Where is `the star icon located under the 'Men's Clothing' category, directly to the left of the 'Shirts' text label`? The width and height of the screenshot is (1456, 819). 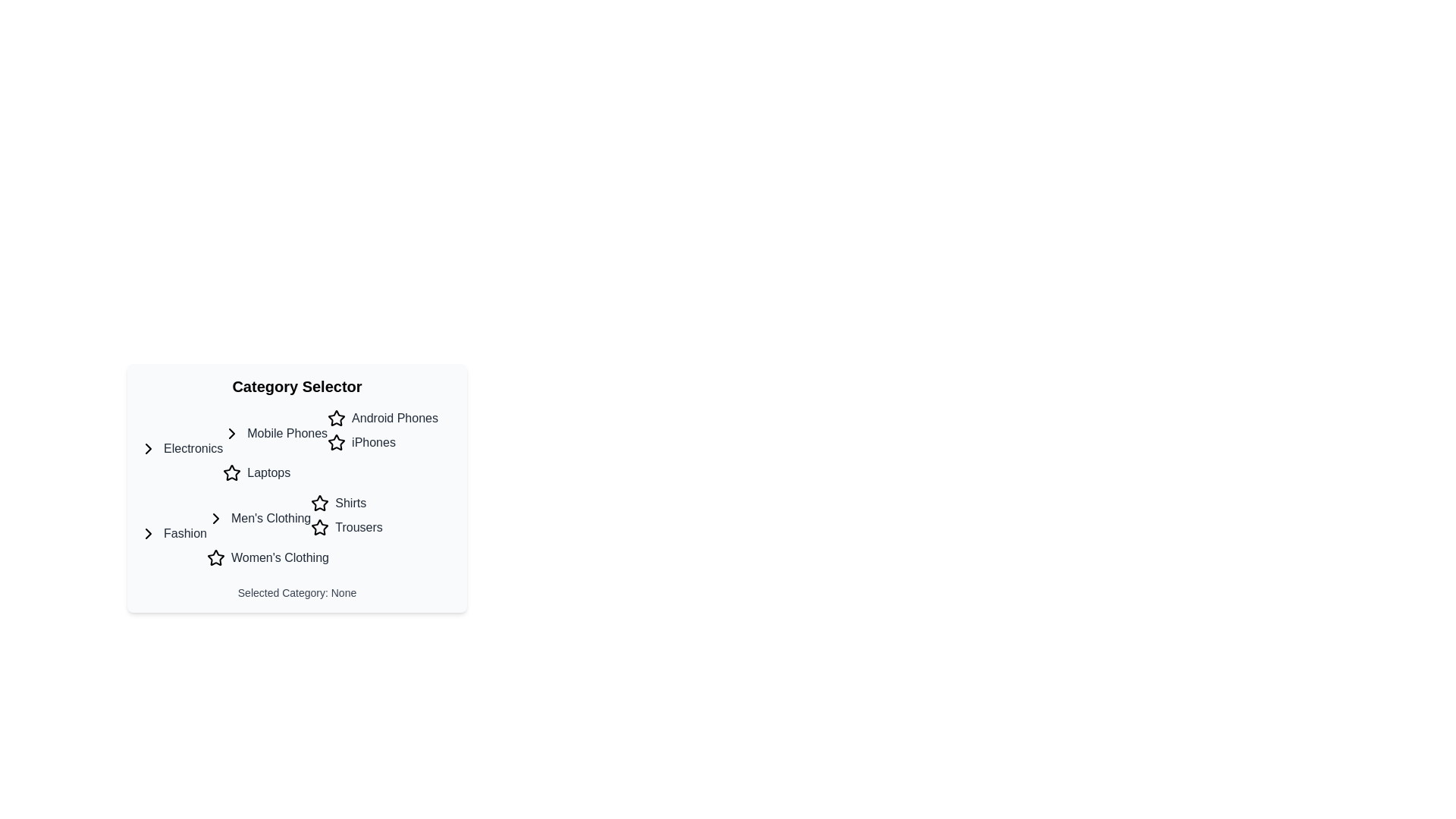 the star icon located under the 'Men's Clothing' category, directly to the left of the 'Shirts' text label is located at coordinates (319, 503).